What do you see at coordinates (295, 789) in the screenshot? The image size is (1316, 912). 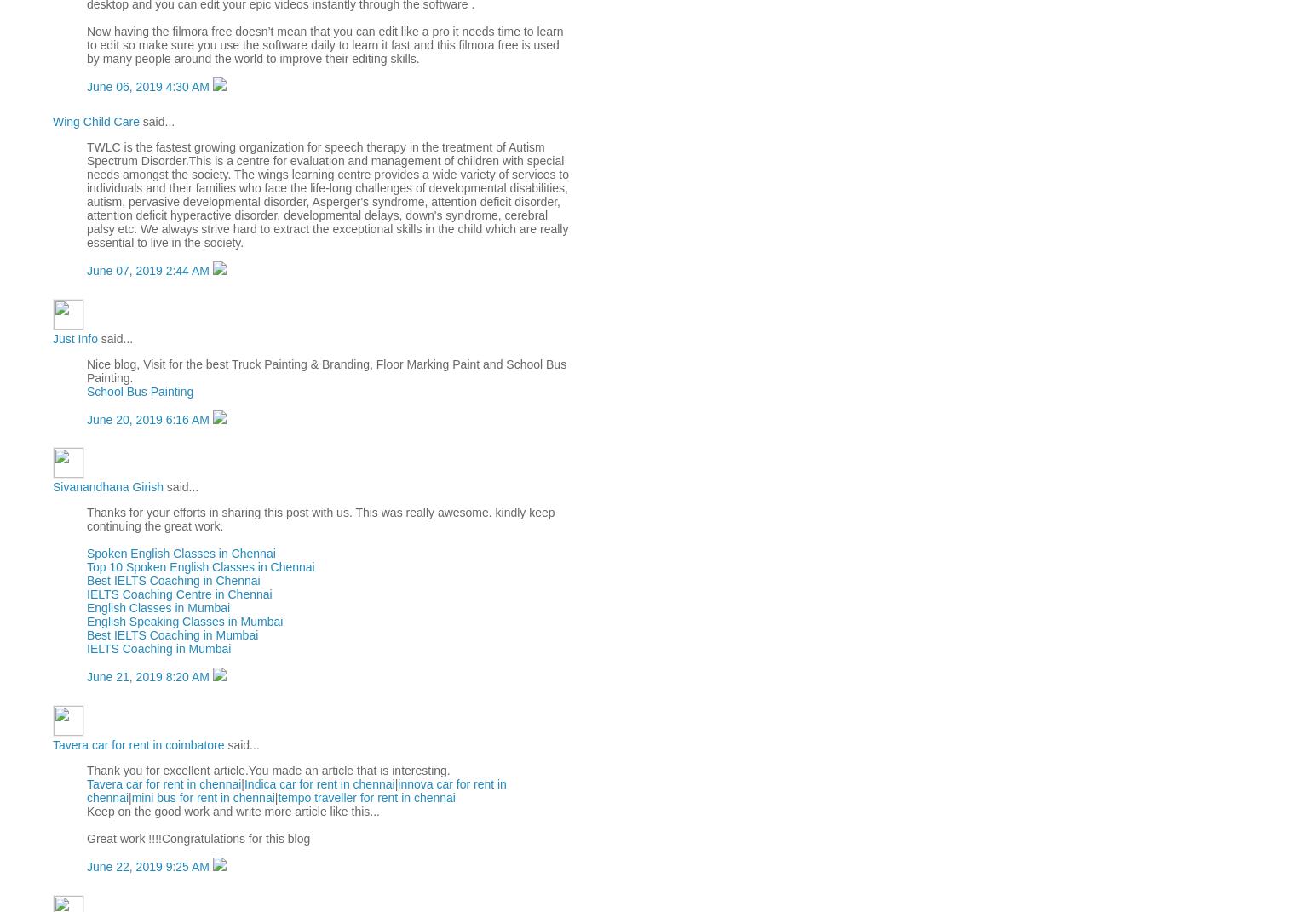 I see `'innova car for rent in chennai'` at bounding box center [295, 789].